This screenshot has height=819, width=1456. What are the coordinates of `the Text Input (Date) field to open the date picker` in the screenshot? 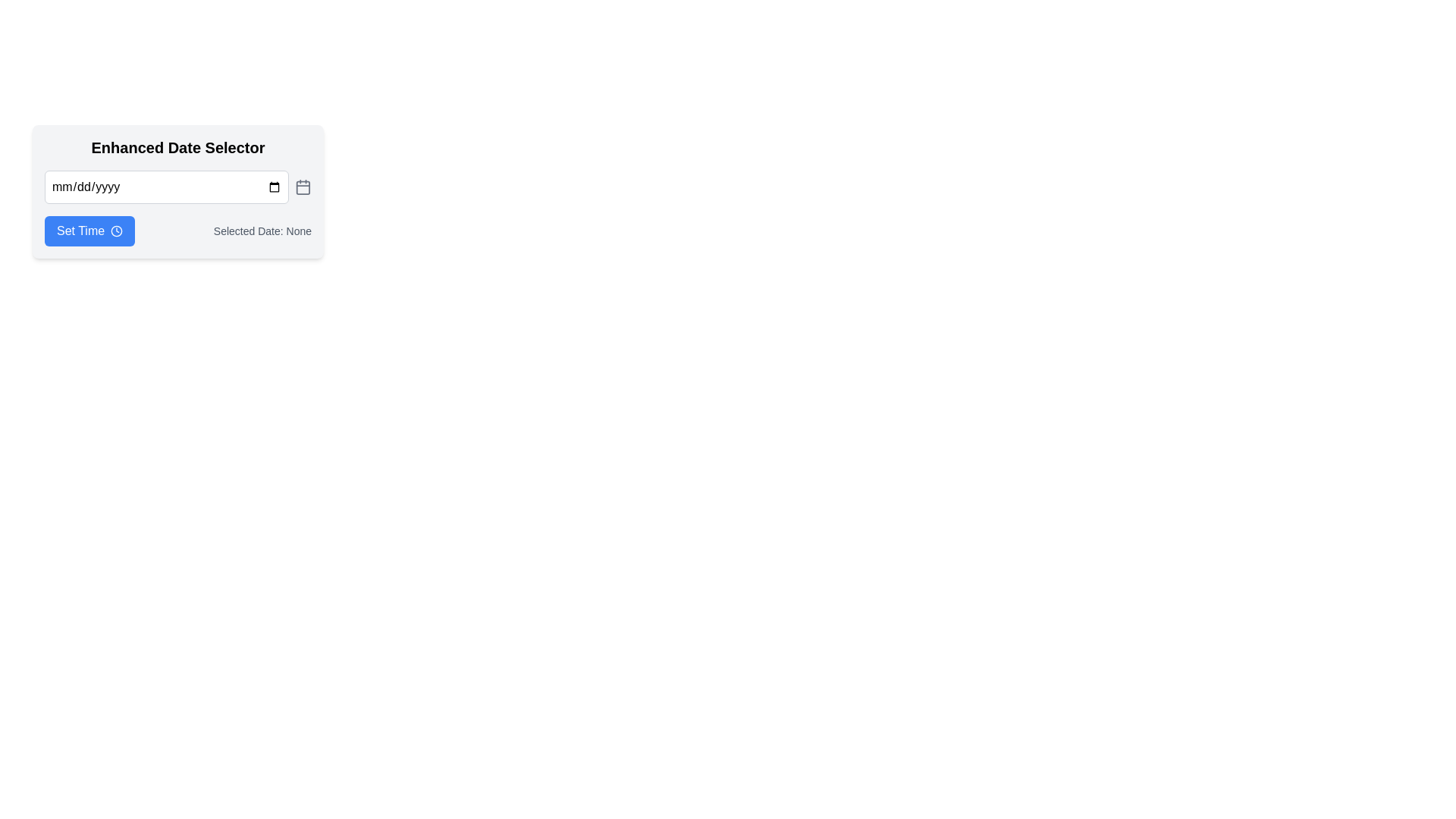 It's located at (167, 186).